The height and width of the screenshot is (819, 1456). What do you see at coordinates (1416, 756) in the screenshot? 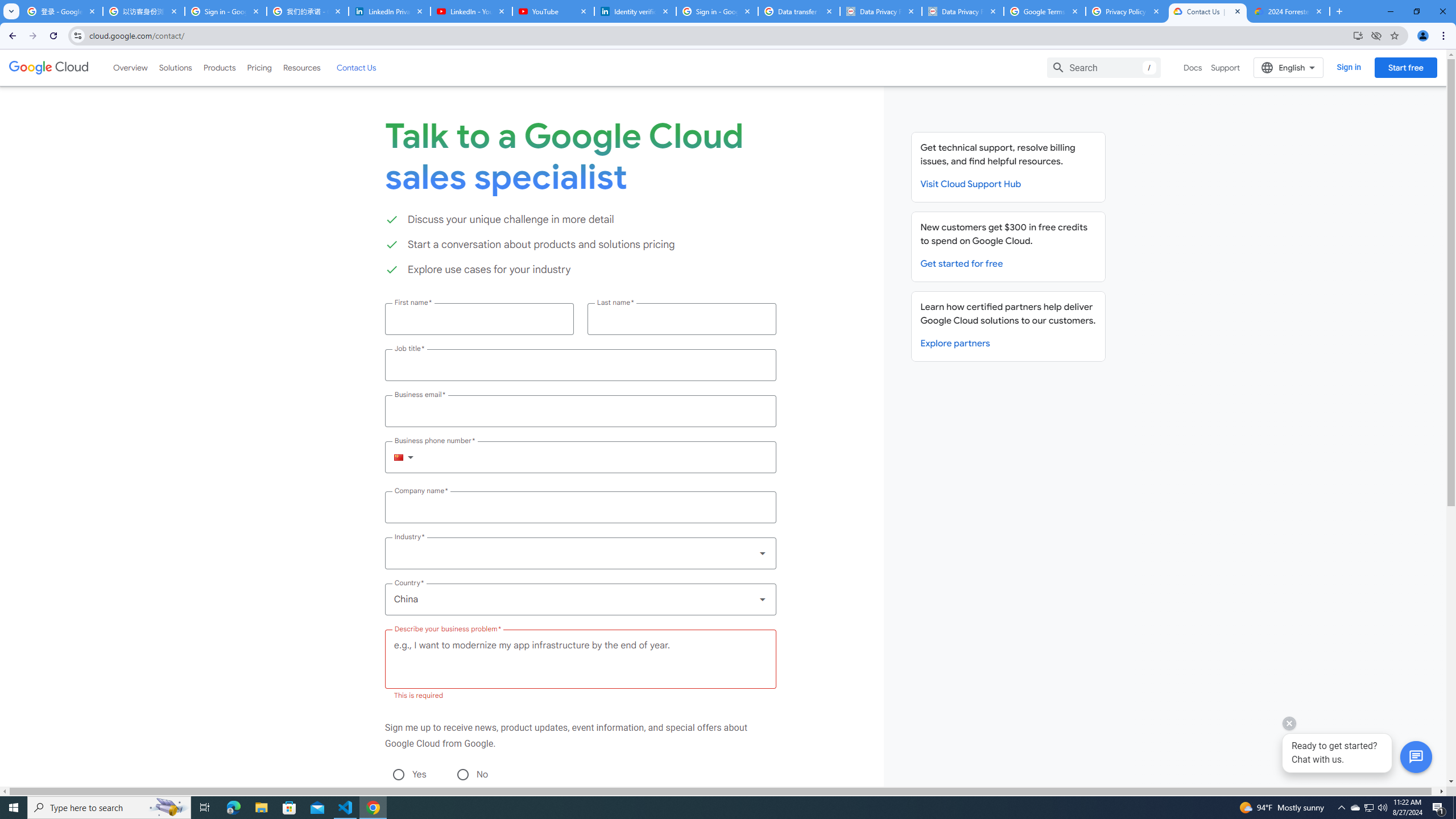
I see `'Button to activate chat'` at bounding box center [1416, 756].